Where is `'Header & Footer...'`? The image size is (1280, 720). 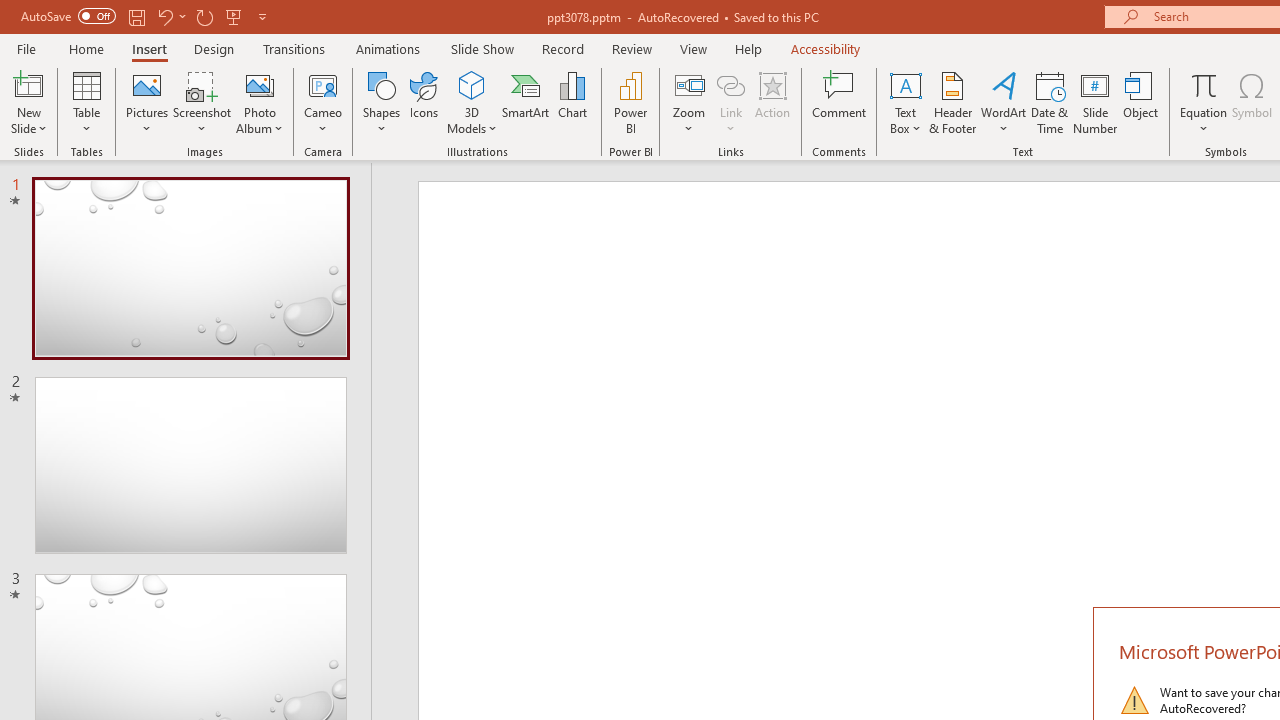
'Header & Footer...' is located at coordinates (951, 103).